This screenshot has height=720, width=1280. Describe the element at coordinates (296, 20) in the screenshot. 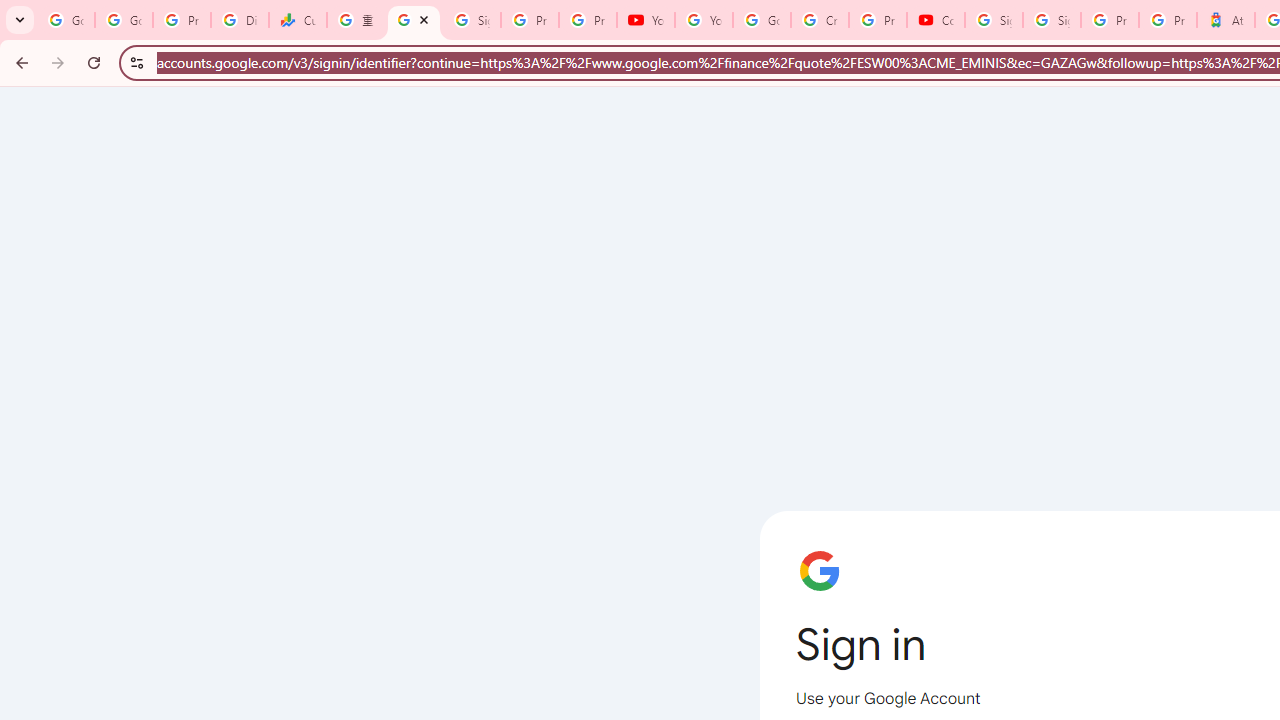

I see `'Currencies - Google Finance'` at that location.